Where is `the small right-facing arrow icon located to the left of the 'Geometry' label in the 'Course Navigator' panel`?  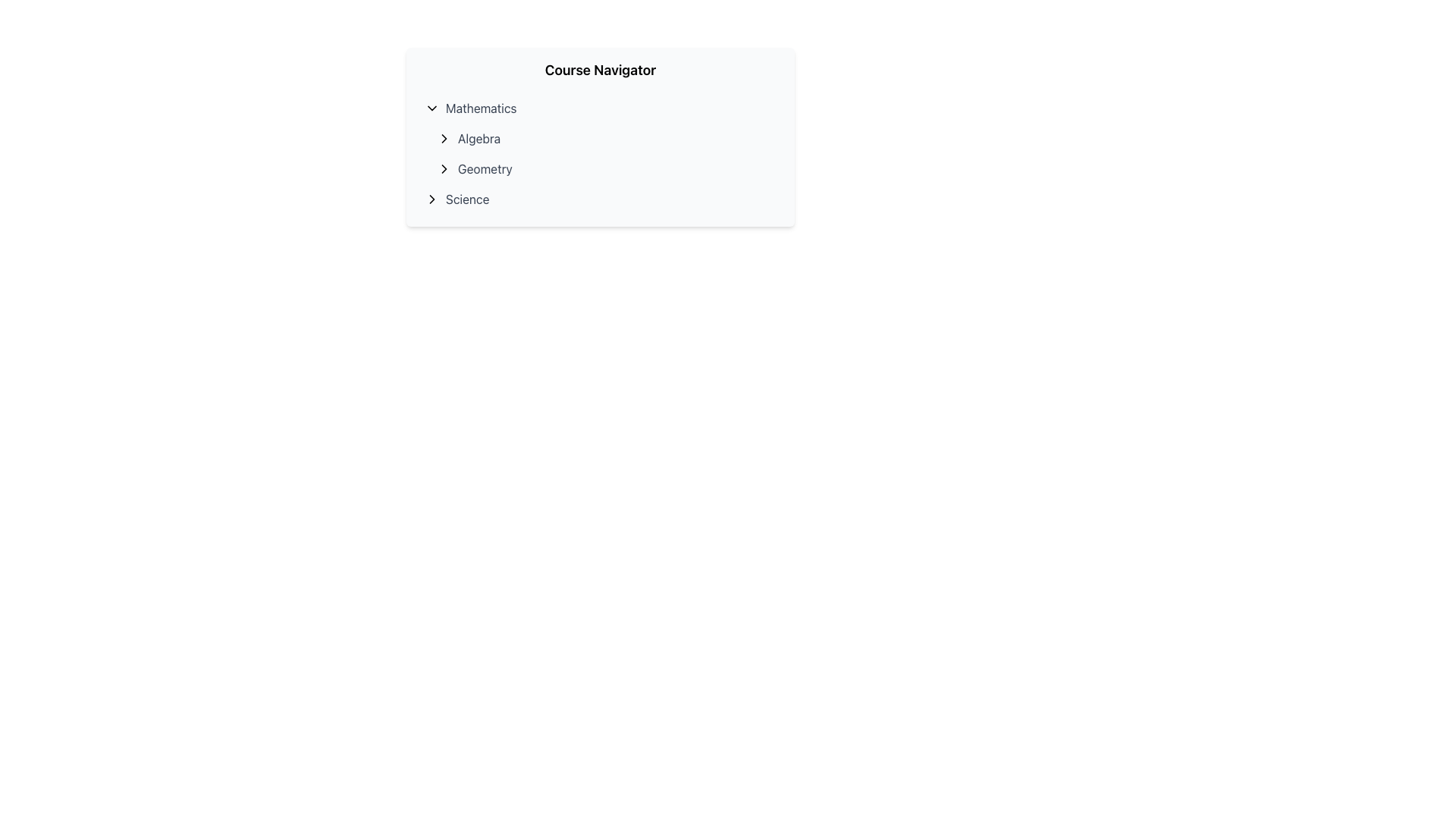
the small right-facing arrow icon located to the left of the 'Geometry' label in the 'Course Navigator' panel is located at coordinates (443, 169).